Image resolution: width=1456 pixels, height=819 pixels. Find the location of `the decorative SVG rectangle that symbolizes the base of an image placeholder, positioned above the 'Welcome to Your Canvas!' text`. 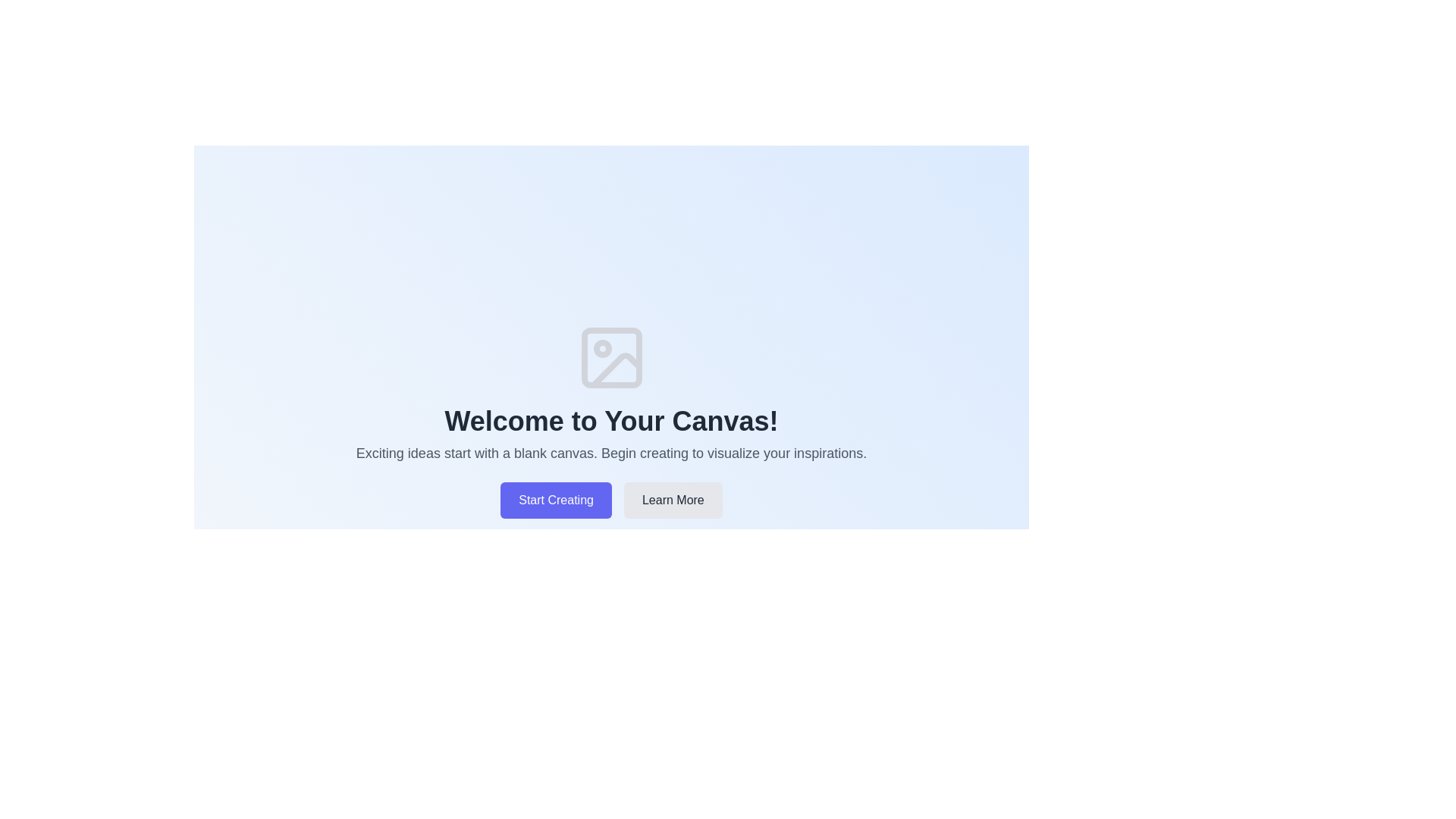

the decorative SVG rectangle that symbolizes the base of an image placeholder, positioned above the 'Welcome to Your Canvas!' text is located at coordinates (611, 357).